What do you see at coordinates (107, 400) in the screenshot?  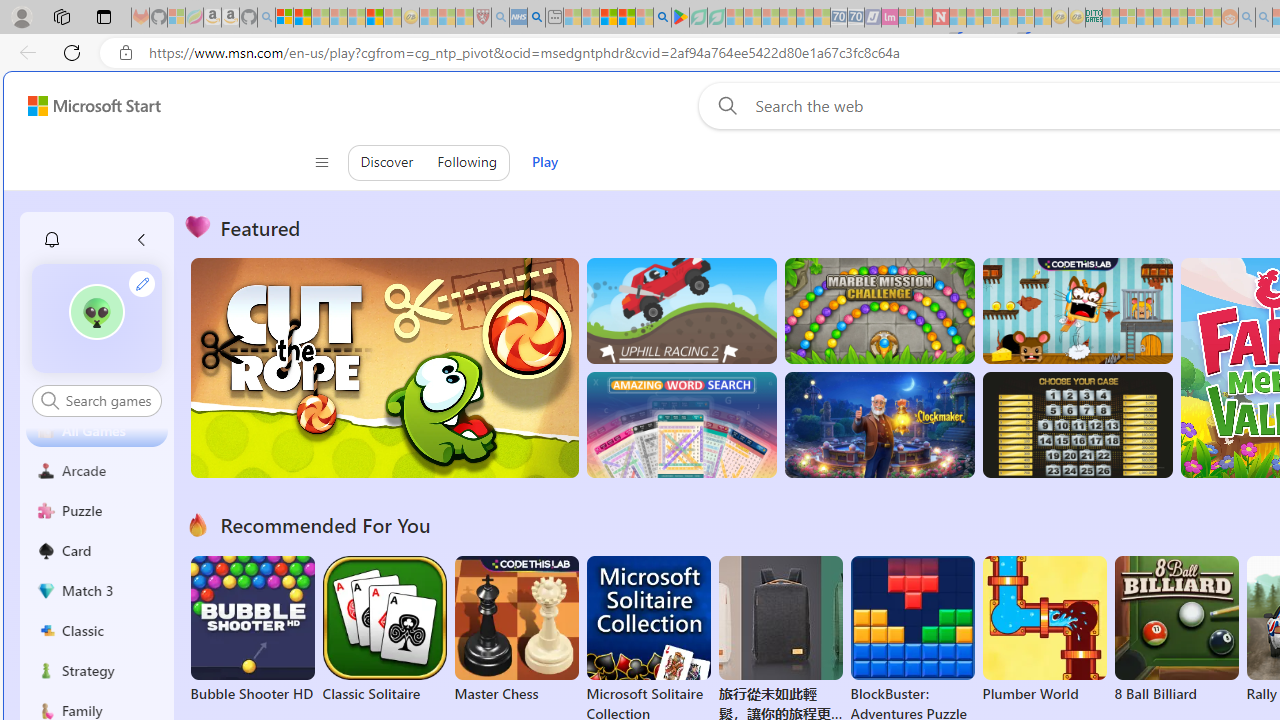 I see `'AutomationID: control'` at bounding box center [107, 400].